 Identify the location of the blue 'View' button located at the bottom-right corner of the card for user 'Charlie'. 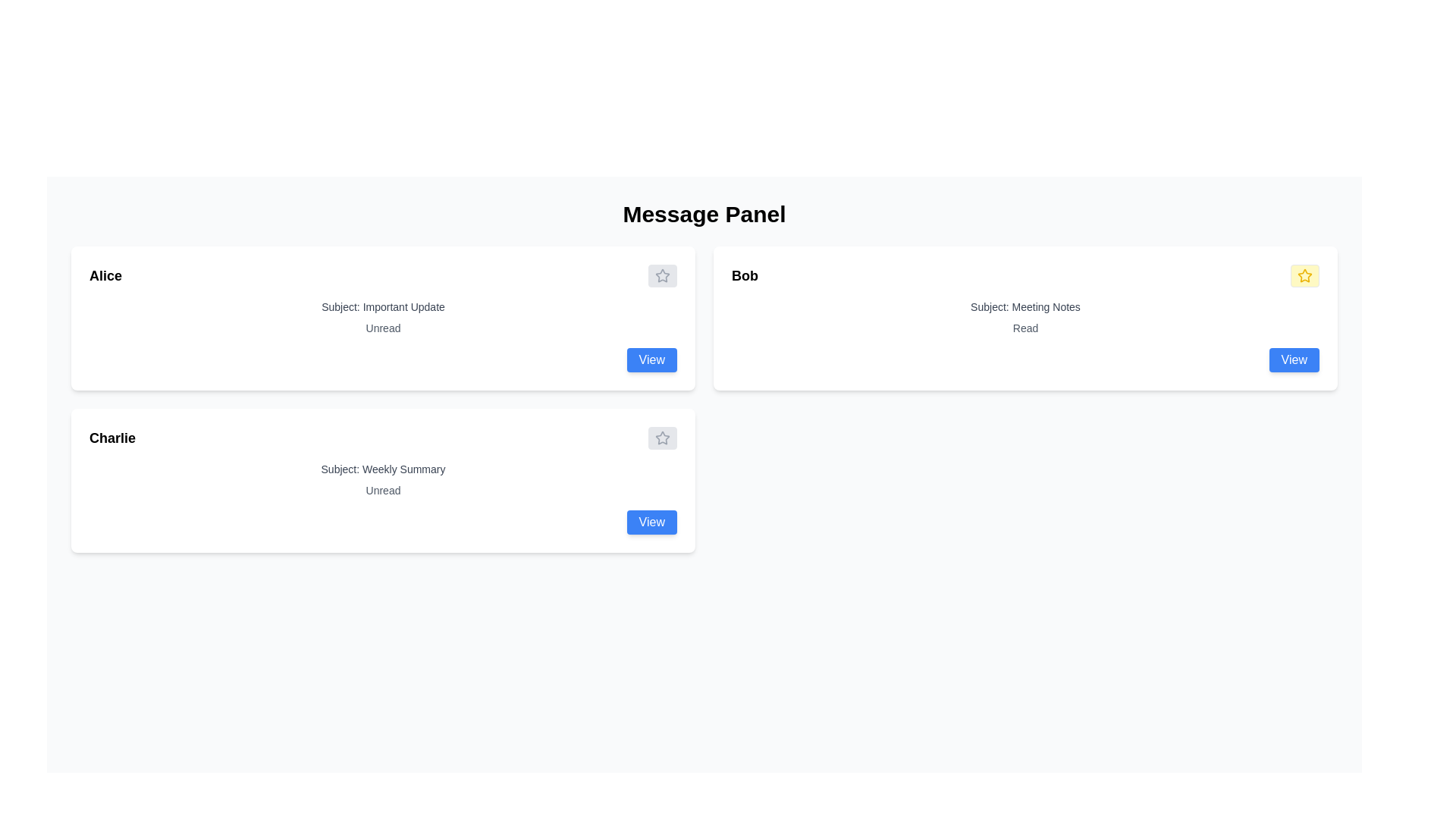
(651, 522).